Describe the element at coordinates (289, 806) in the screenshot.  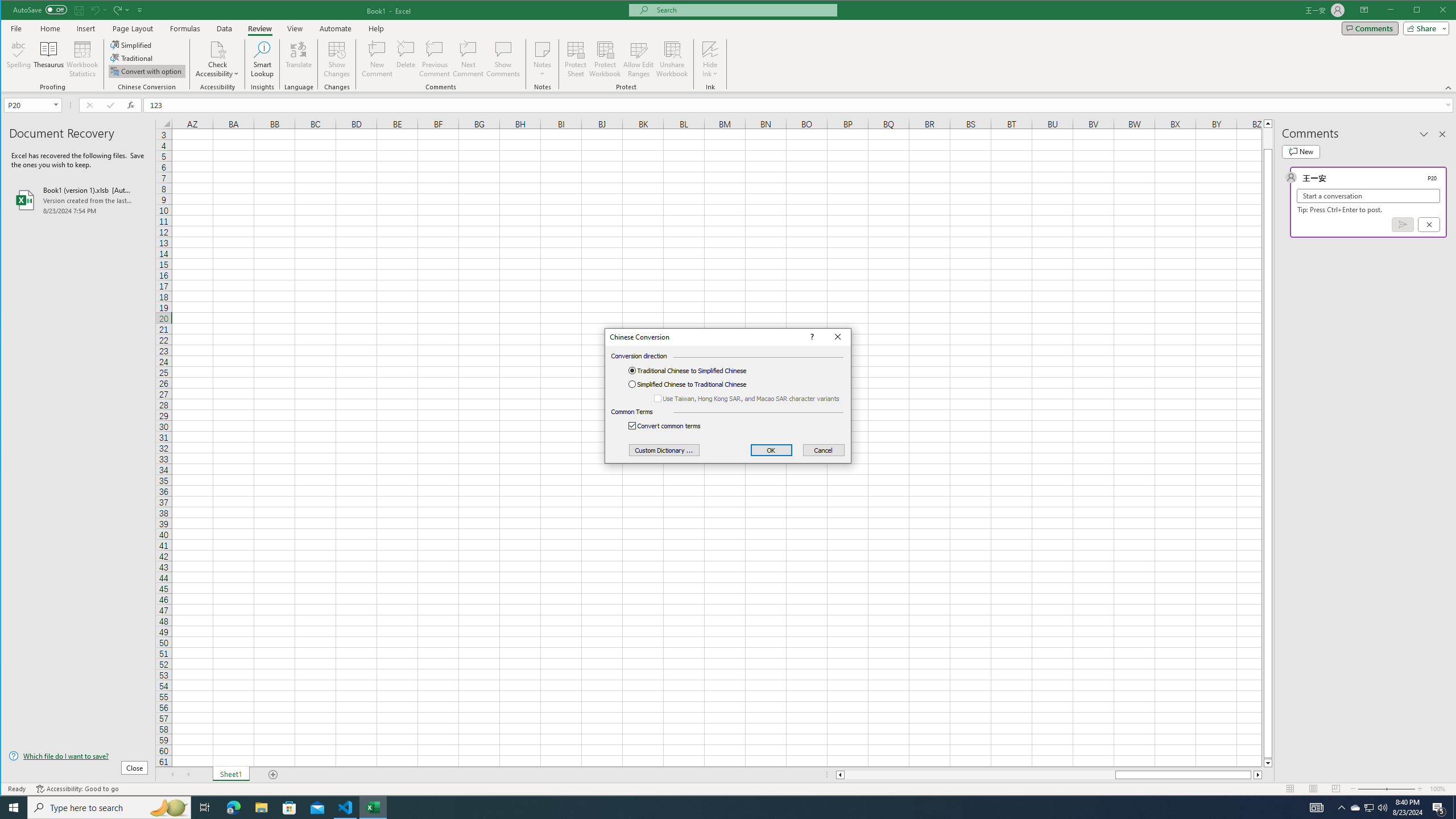
I see `'Microsoft Store'` at that location.